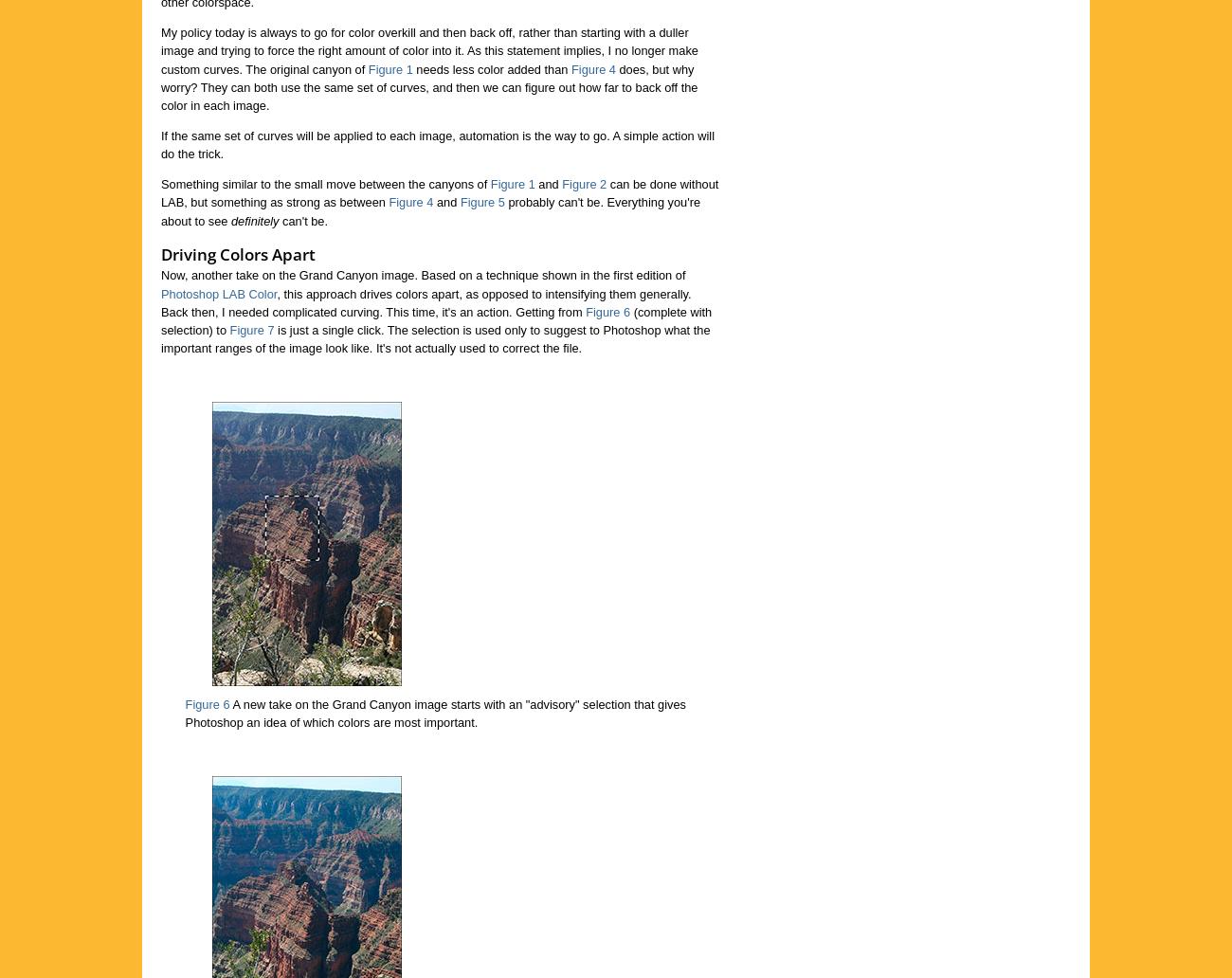  I want to click on 'can't be.', so click(303, 219).